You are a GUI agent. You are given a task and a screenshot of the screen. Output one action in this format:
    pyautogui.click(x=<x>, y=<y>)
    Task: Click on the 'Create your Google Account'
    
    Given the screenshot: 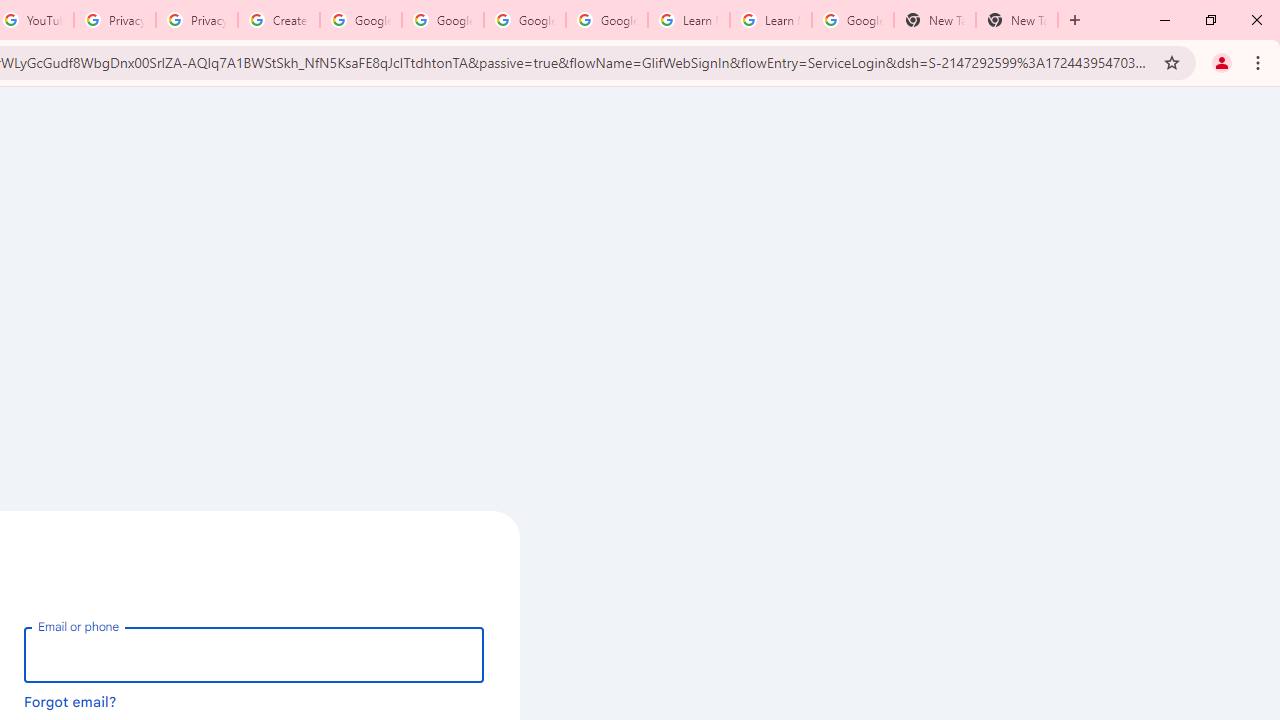 What is the action you would take?
    pyautogui.click(x=278, y=20)
    